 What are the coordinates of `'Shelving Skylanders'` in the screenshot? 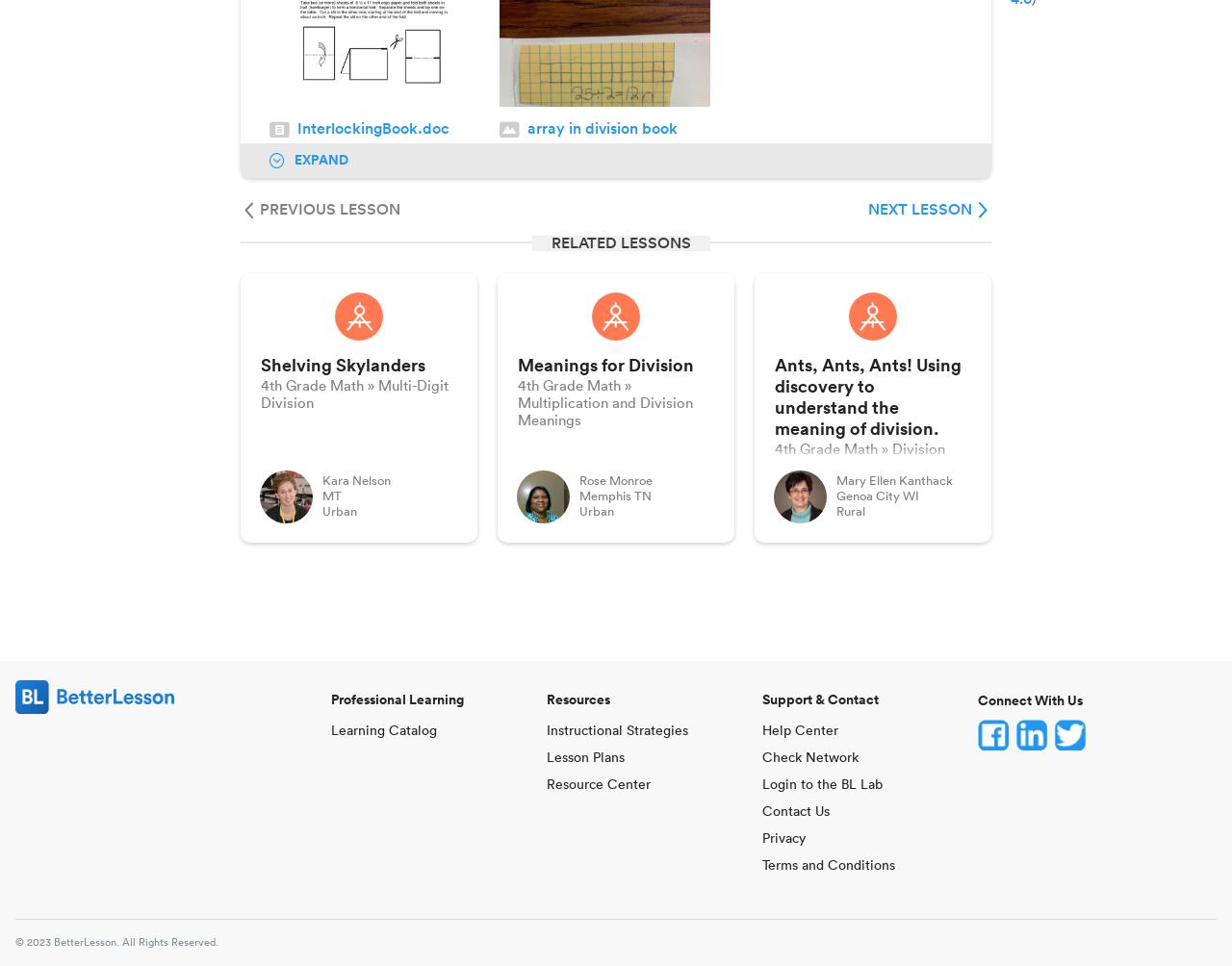 It's located at (343, 365).